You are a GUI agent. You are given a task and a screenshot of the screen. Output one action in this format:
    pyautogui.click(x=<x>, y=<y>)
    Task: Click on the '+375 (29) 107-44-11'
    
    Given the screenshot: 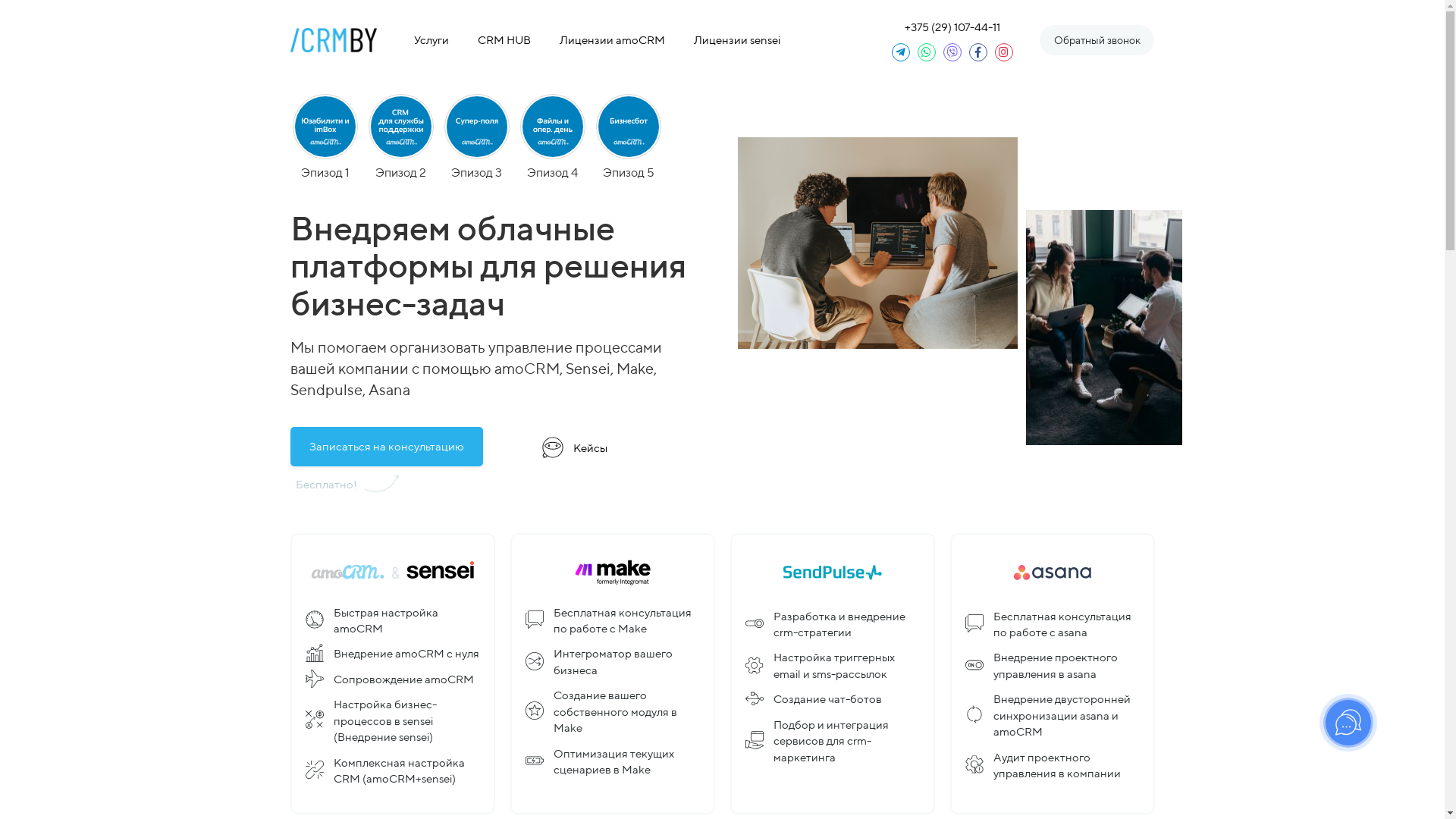 What is the action you would take?
    pyautogui.click(x=952, y=27)
    